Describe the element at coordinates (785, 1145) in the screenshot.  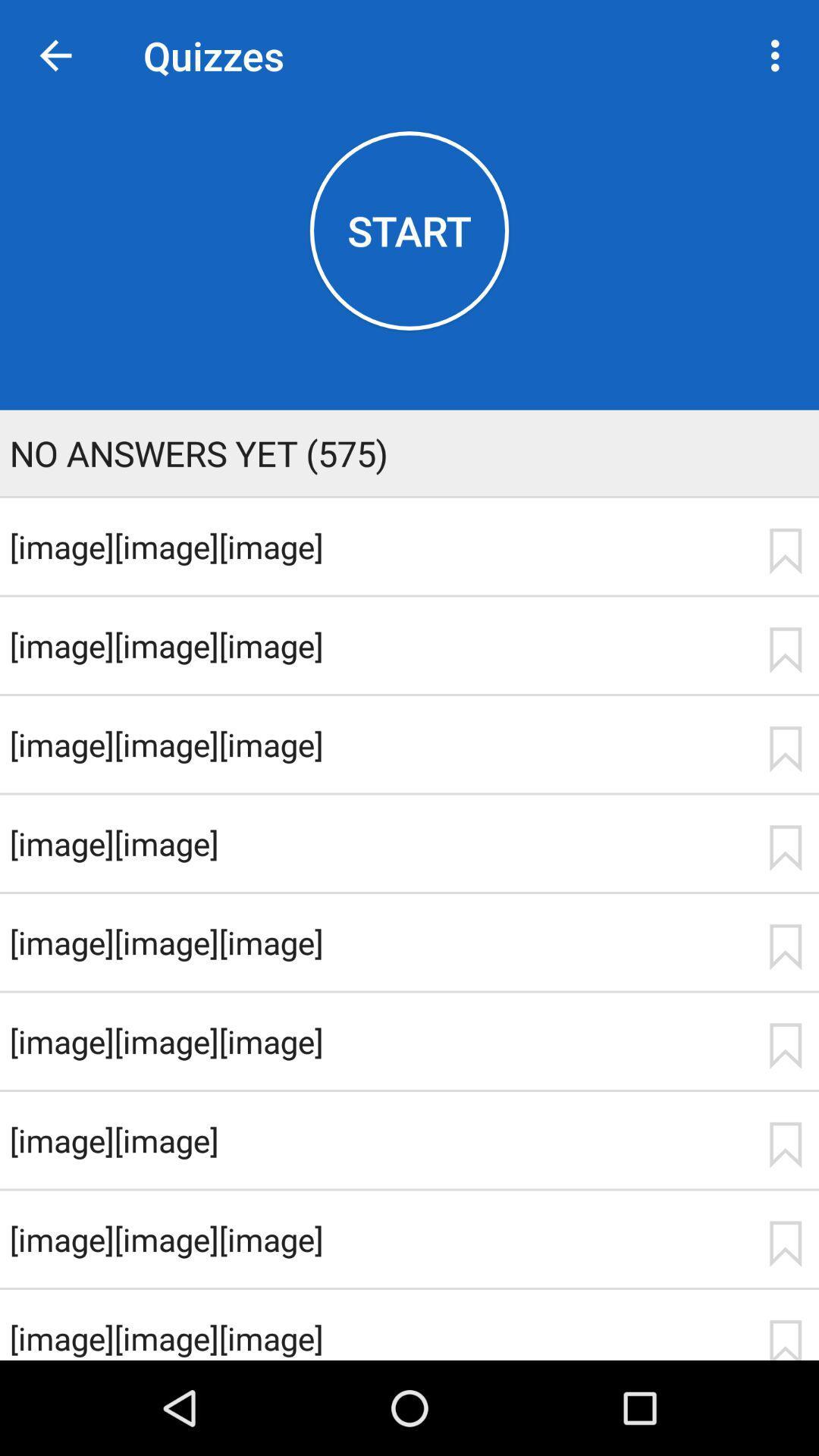
I see `select/unselect notification` at that location.